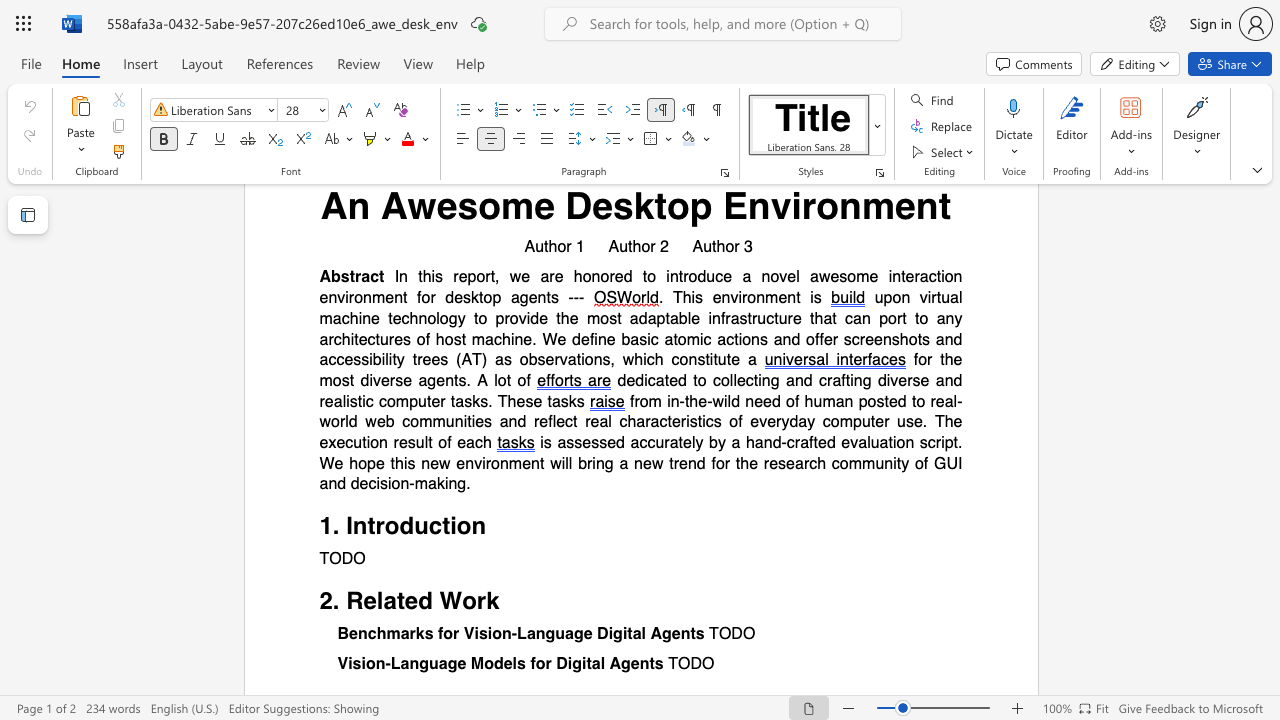 The height and width of the screenshot is (720, 1280). I want to click on the subset text "itut" within the text "constitute", so click(709, 360).